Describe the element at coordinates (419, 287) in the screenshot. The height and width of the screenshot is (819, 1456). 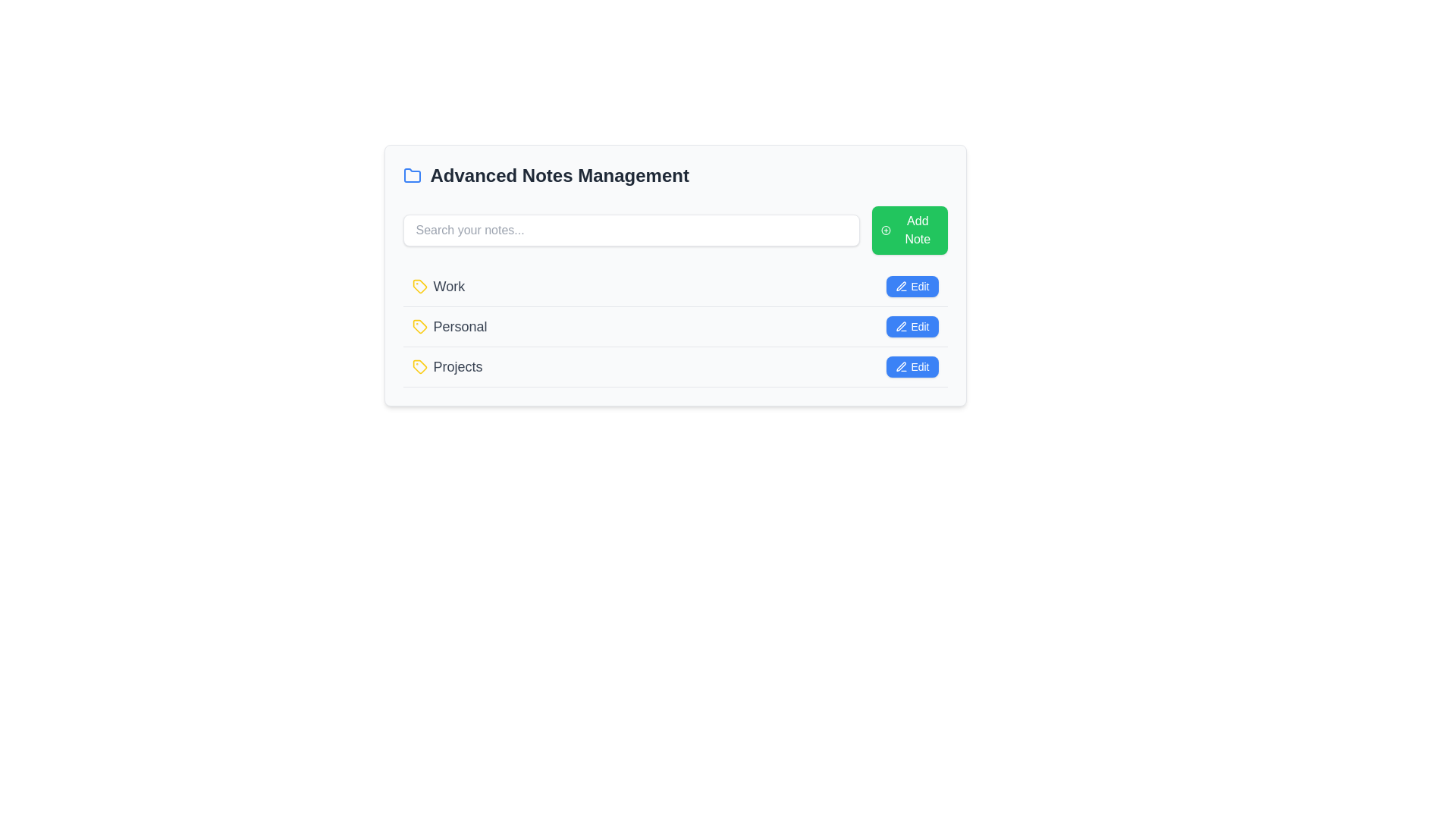
I see `the yellow tag icon associated with the 'Work' entry in the 'Advanced Notes Management' interface` at that location.